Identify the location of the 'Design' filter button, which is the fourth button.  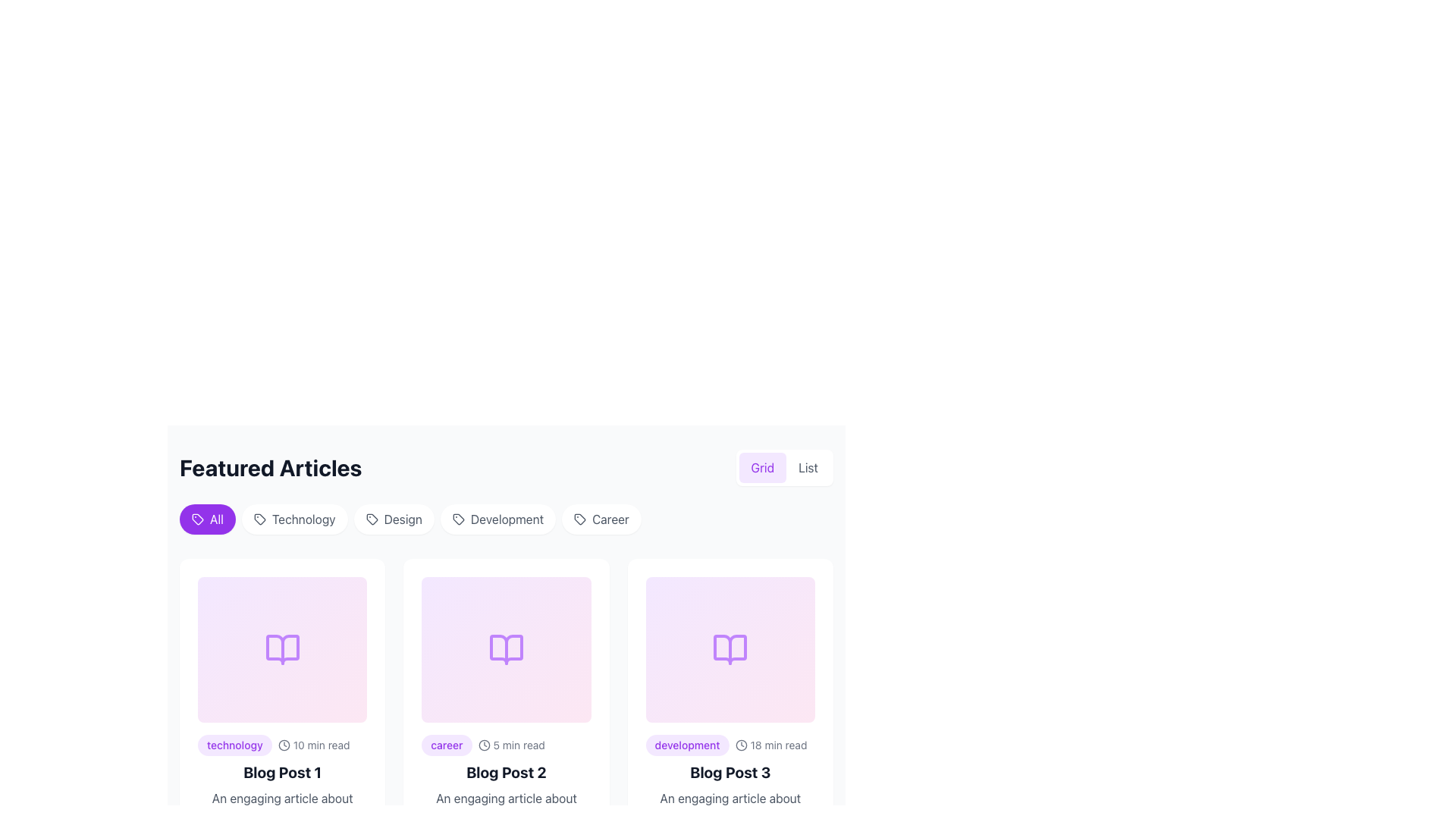
(394, 519).